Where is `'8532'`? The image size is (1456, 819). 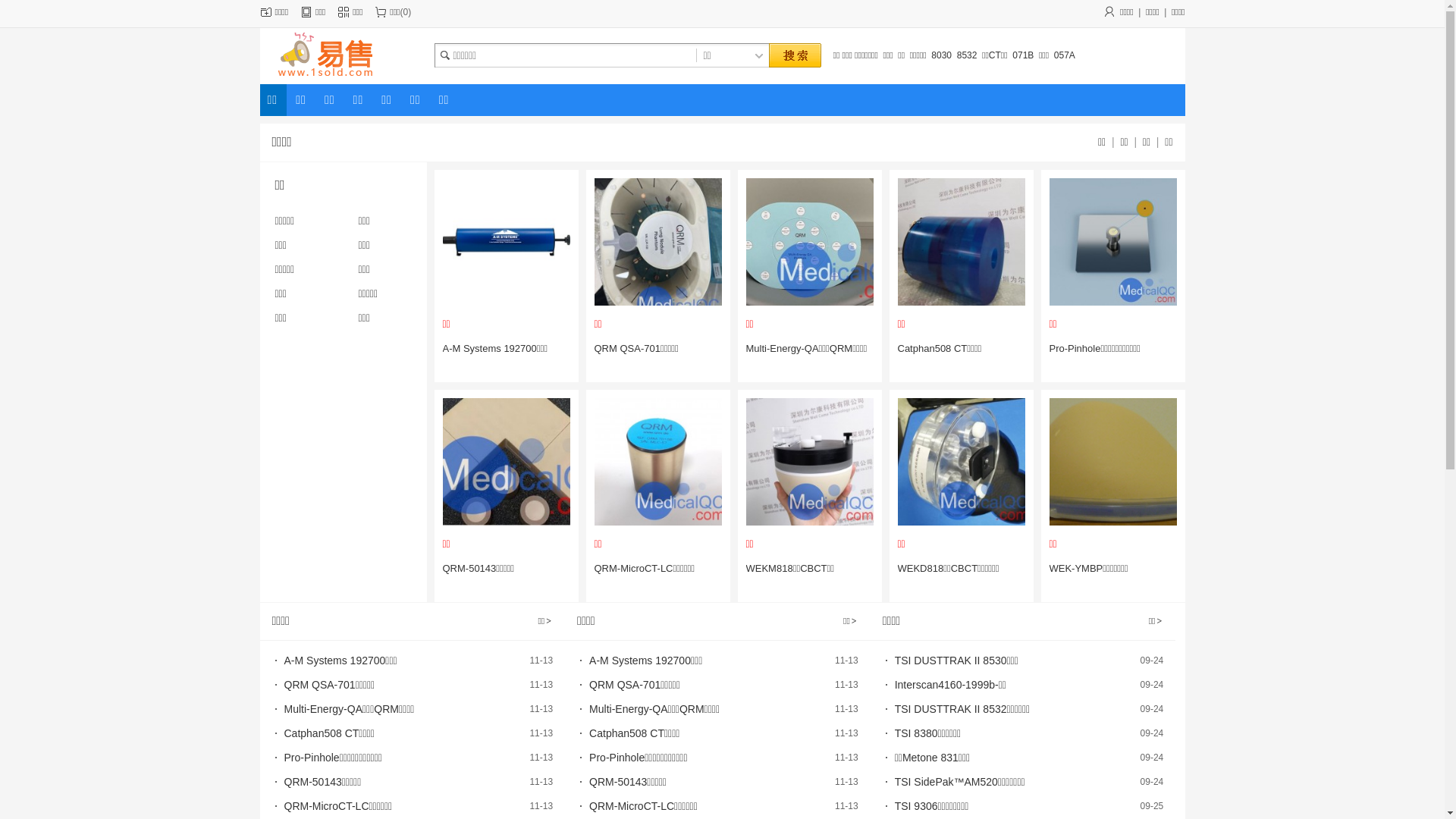 '8532' is located at coordinates (966, 55).